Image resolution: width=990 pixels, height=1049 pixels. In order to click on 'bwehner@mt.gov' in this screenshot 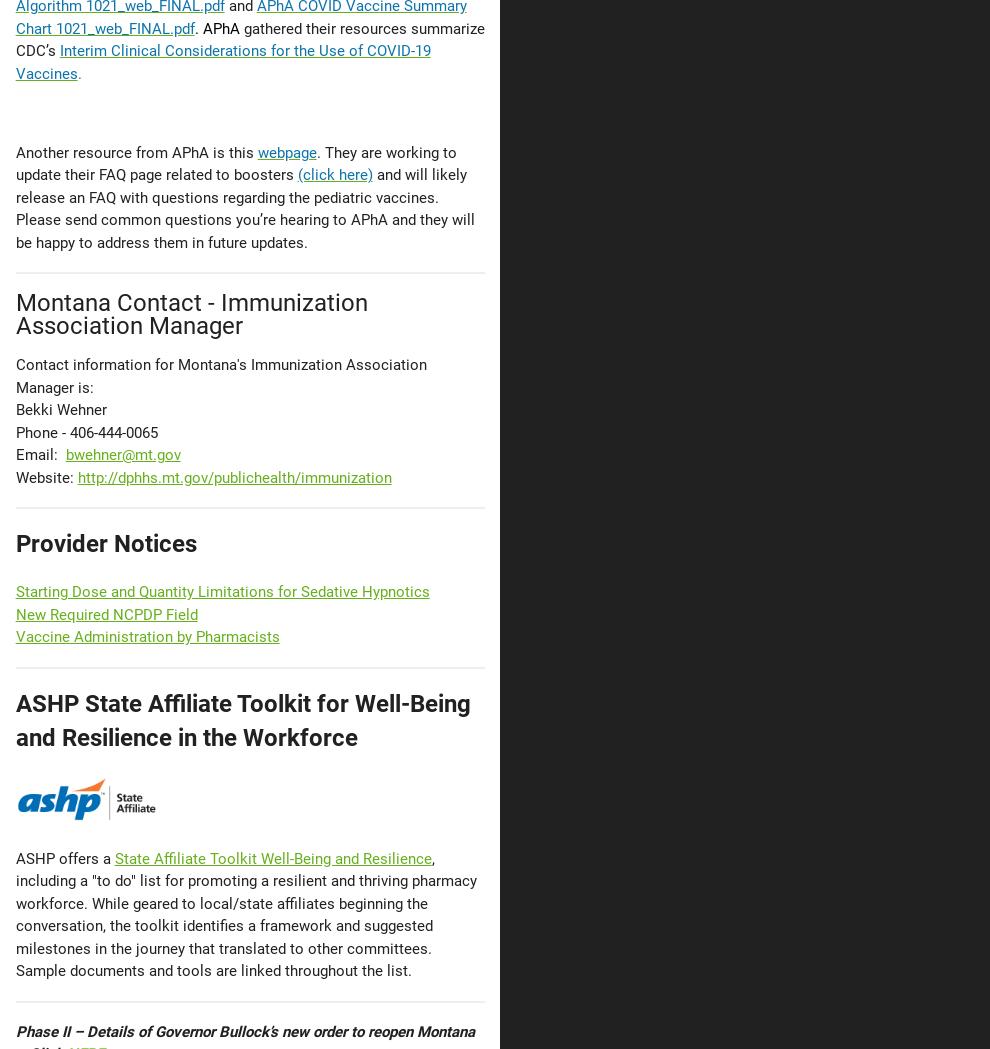, I will do `click(121, 454)`.